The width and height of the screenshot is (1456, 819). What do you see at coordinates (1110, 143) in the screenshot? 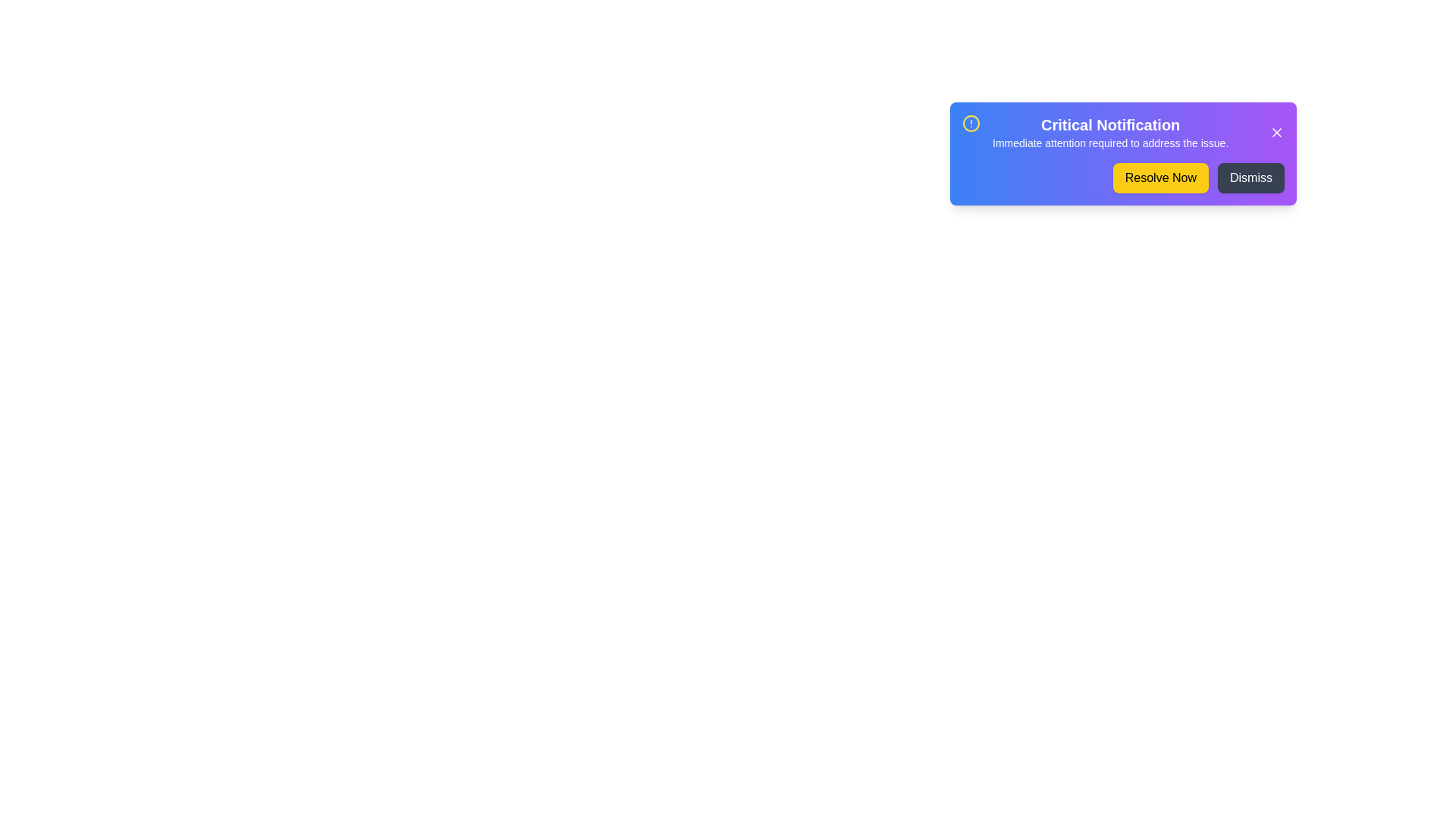
I see `the text element that reads 'Immediate attention required to address the issue,' which is located below the 'Critical Notification' heading in the notification card` at bounding box center [1110, 143].